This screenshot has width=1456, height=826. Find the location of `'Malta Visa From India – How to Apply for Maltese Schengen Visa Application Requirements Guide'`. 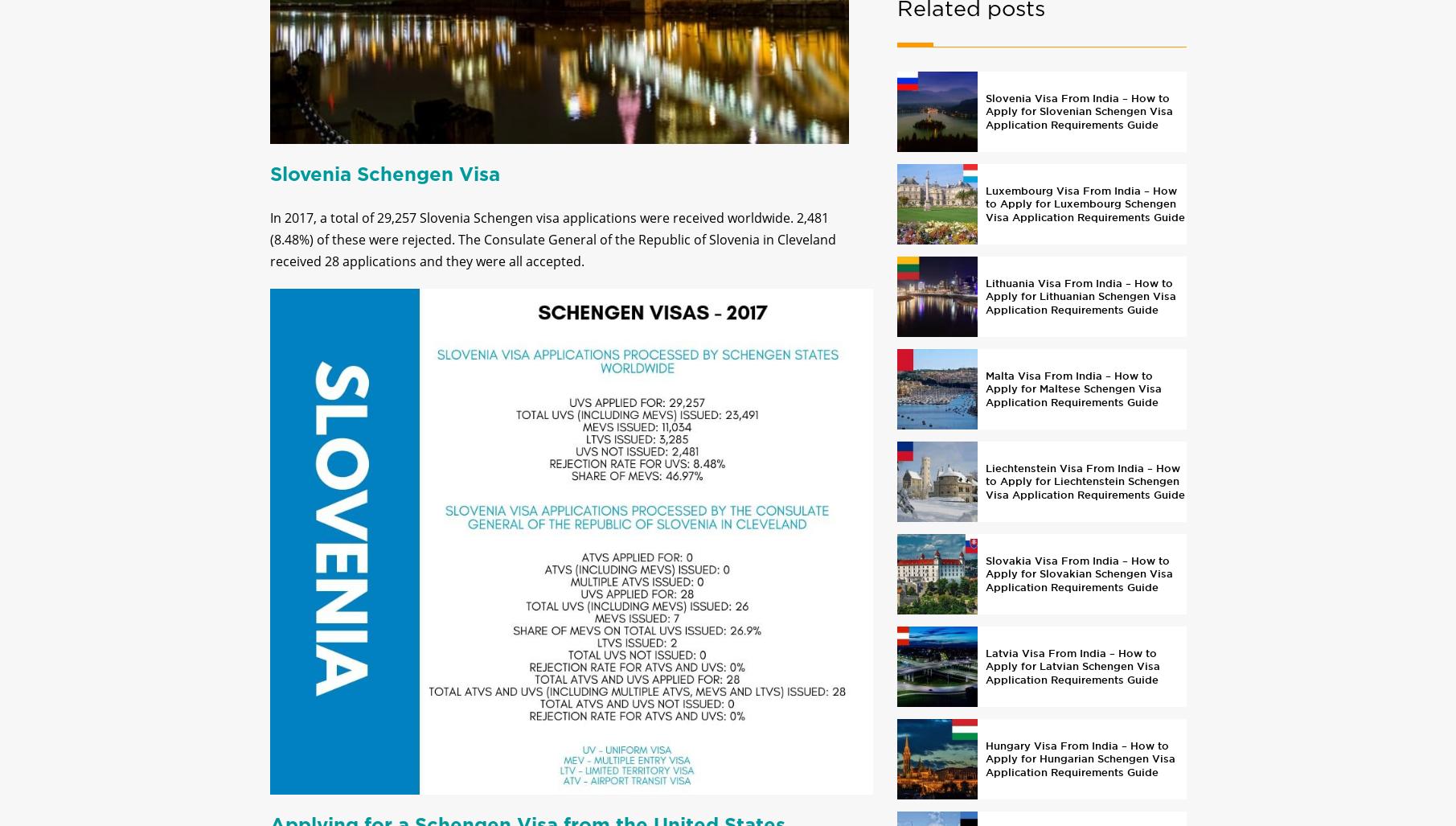

'Malta Visa From India – How to Apply for Maltese Schengen Visa Application Requirements Guide' is located at coordinates (1072, 402).